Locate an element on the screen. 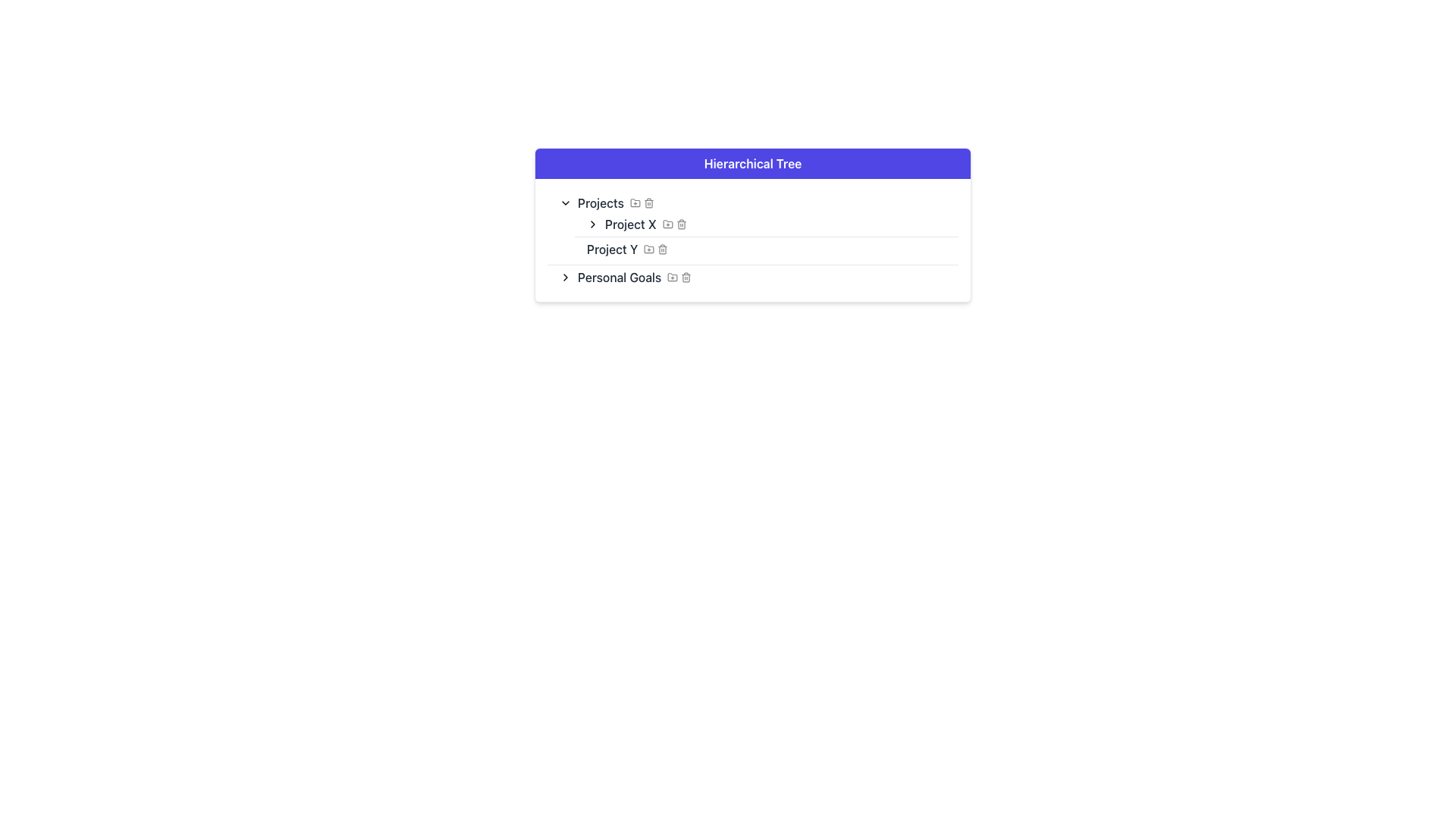  the 'Add Item' button, which is the first icon to the right of the 'Projects' label in the hierarchical tree interface is located at coordinates (635, 202).